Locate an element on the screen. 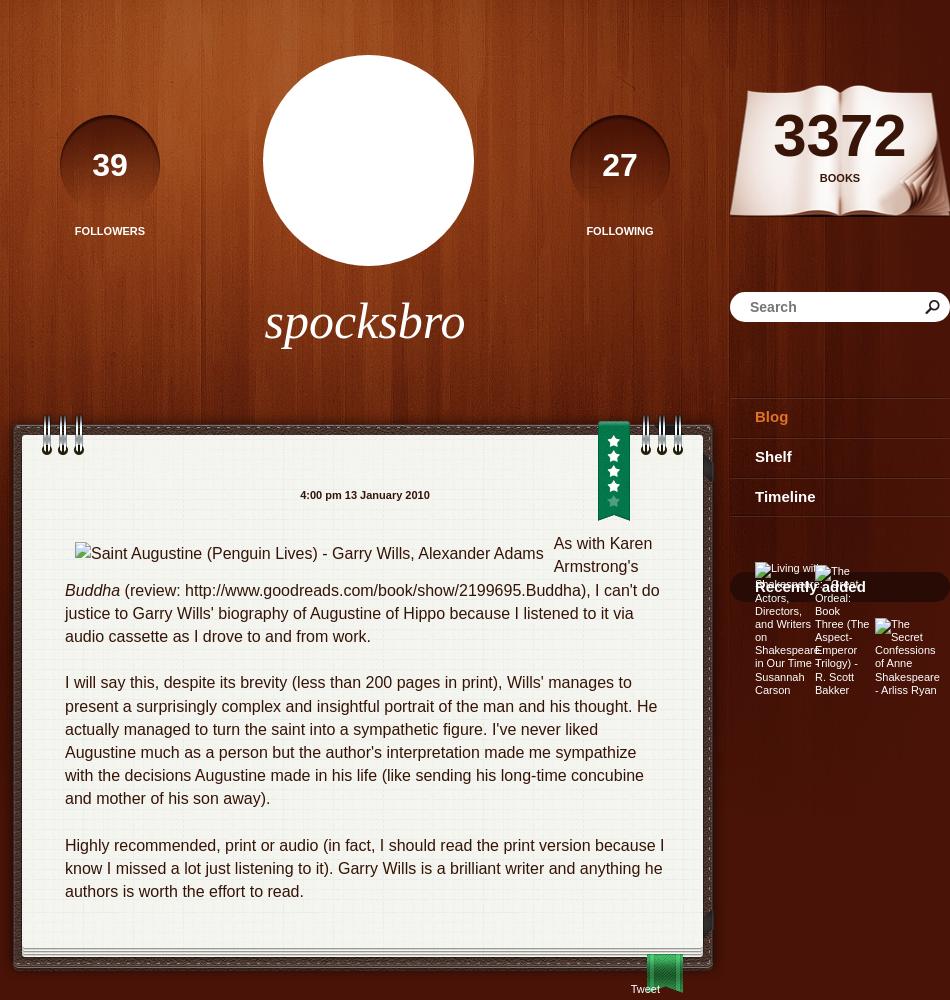 Image resolution: width=950 pixels, height=1000 pixels. '39' is located at coordinates (109, 165).